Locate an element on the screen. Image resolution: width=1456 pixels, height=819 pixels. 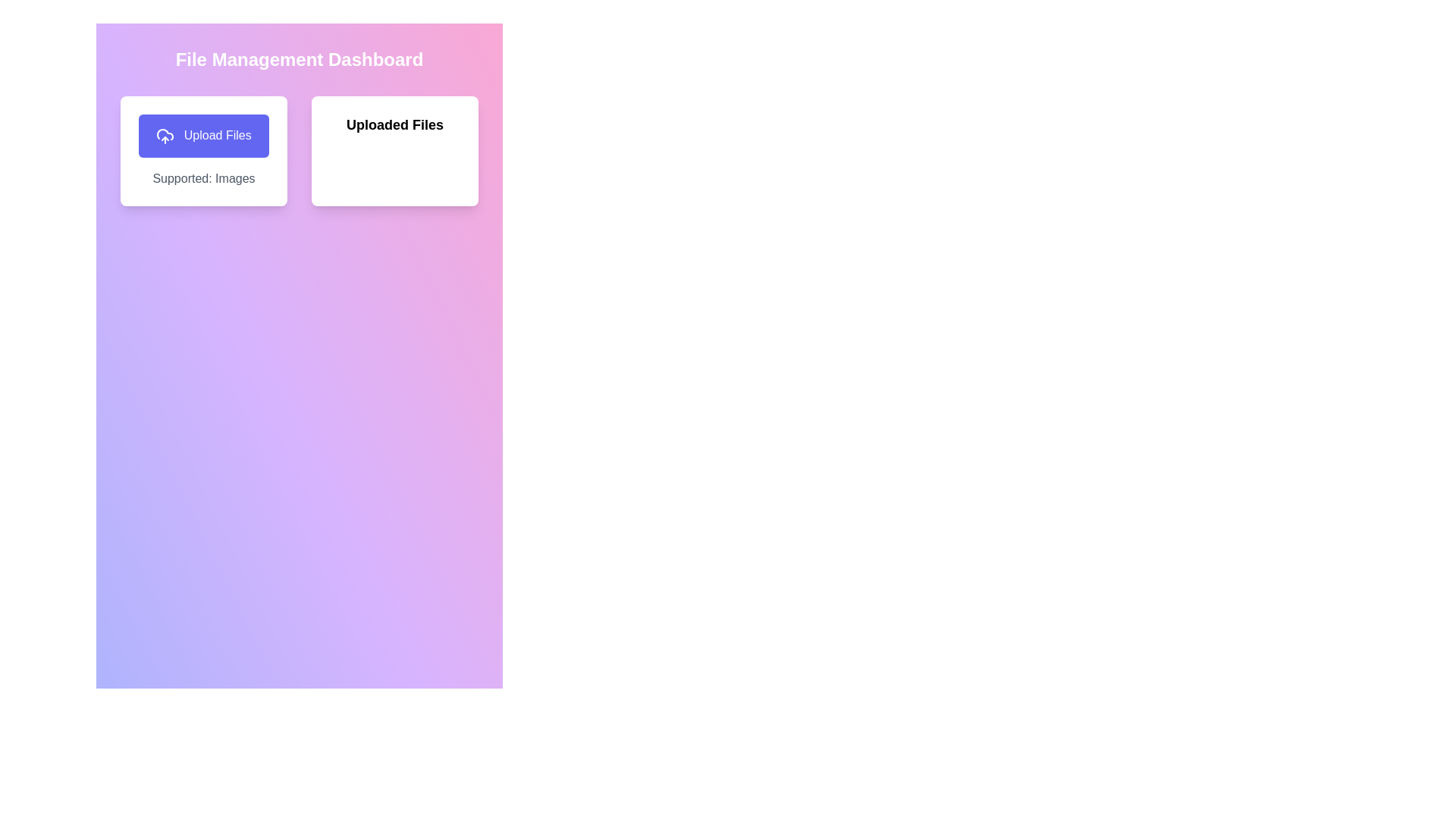
the 'Upload Files' button, which has a purple background, a cloud icon with an upward arrow, and white text, to initiate a file upload is located at coordinates (202, 134).